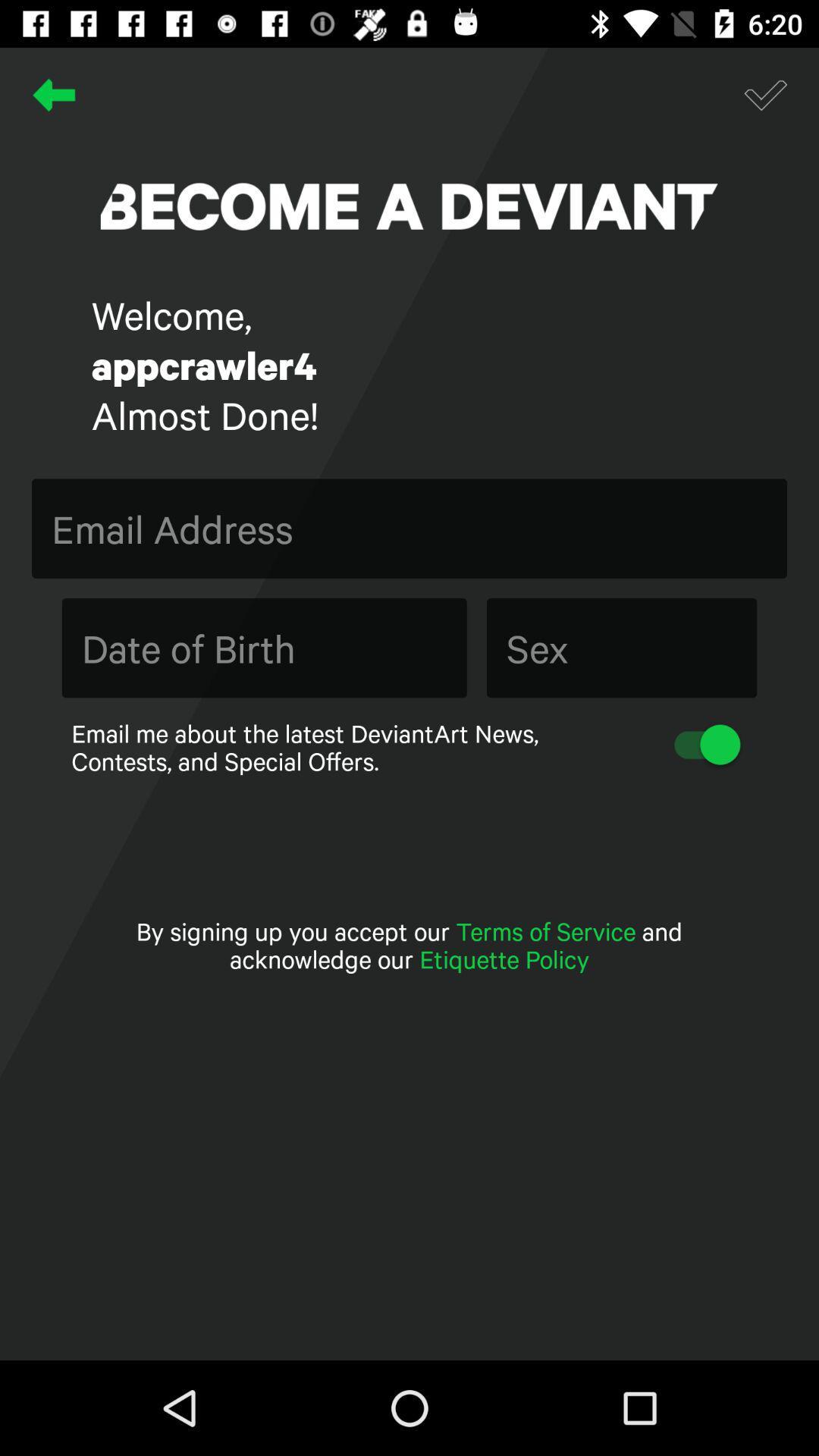 The width and height of the screenshot is (819, 1456). What do you see at coordinates (409, 944) in the screenshot?
I see `item below email me about` at bounding box center [409, 944].